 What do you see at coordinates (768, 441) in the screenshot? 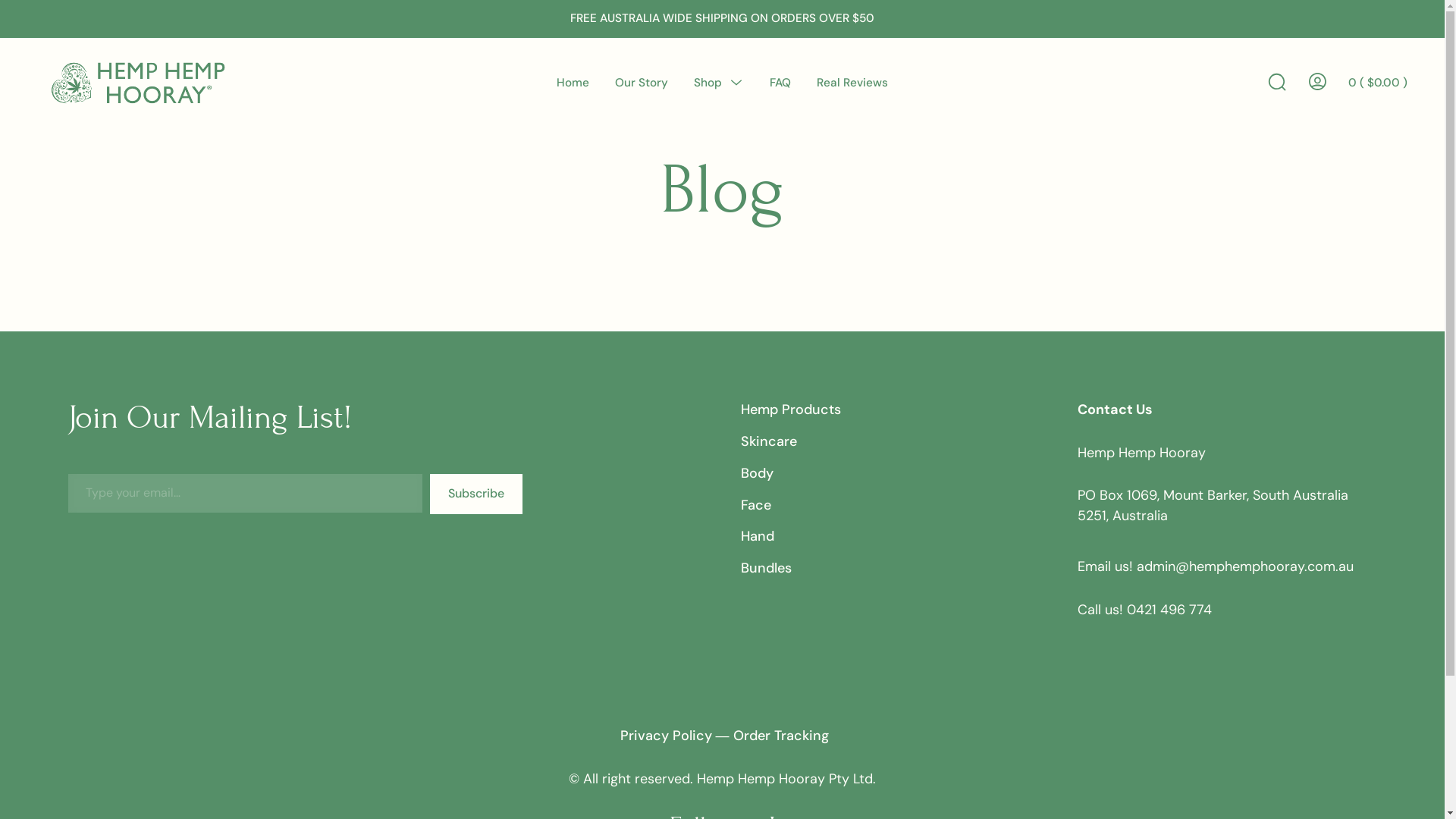
I see `'Skincare'` at bounding box center [768, 441].